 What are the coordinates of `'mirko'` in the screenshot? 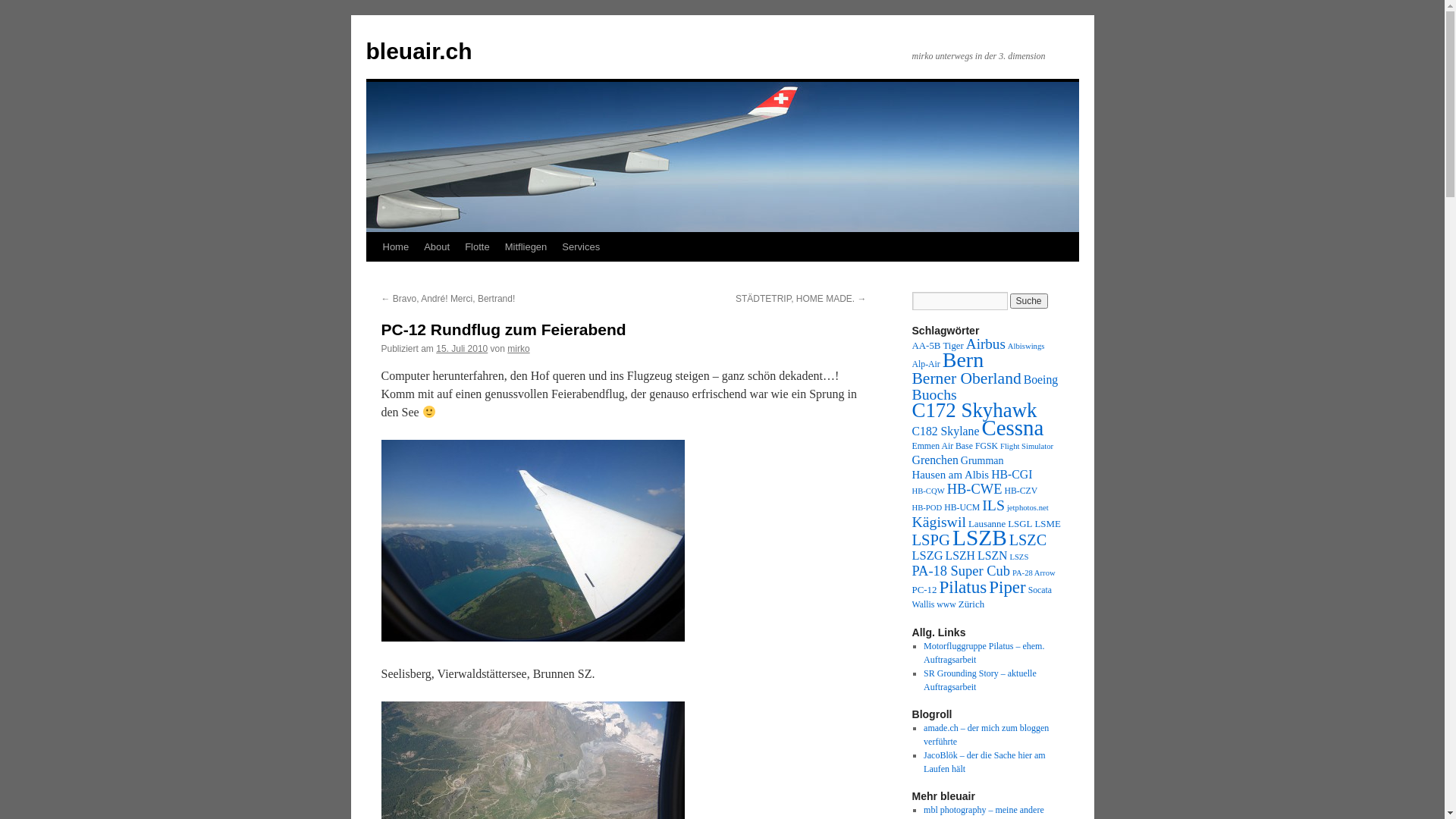 It's located at (518, 348).